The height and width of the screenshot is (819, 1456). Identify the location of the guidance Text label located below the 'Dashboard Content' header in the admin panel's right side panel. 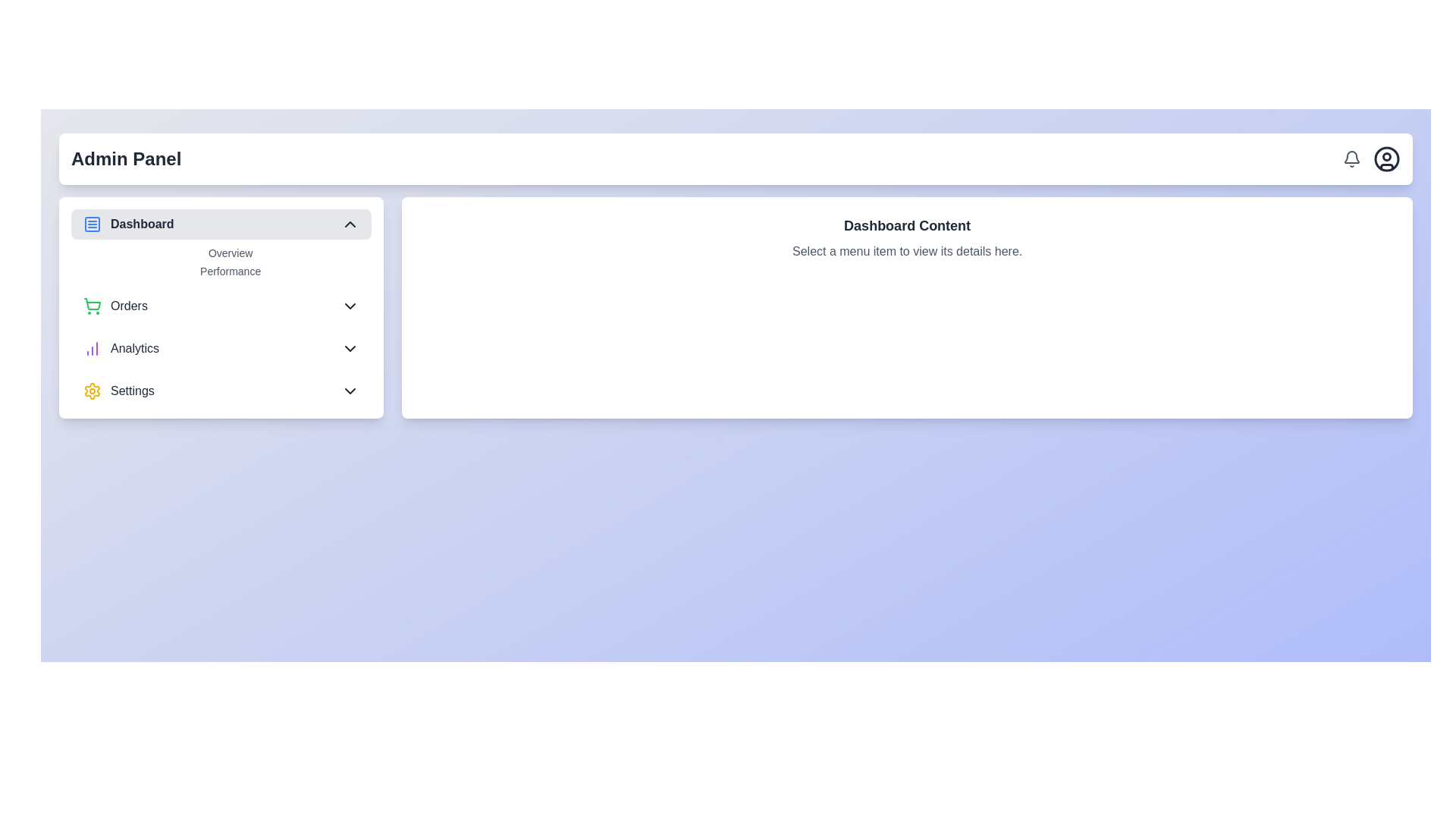
(907, 250).